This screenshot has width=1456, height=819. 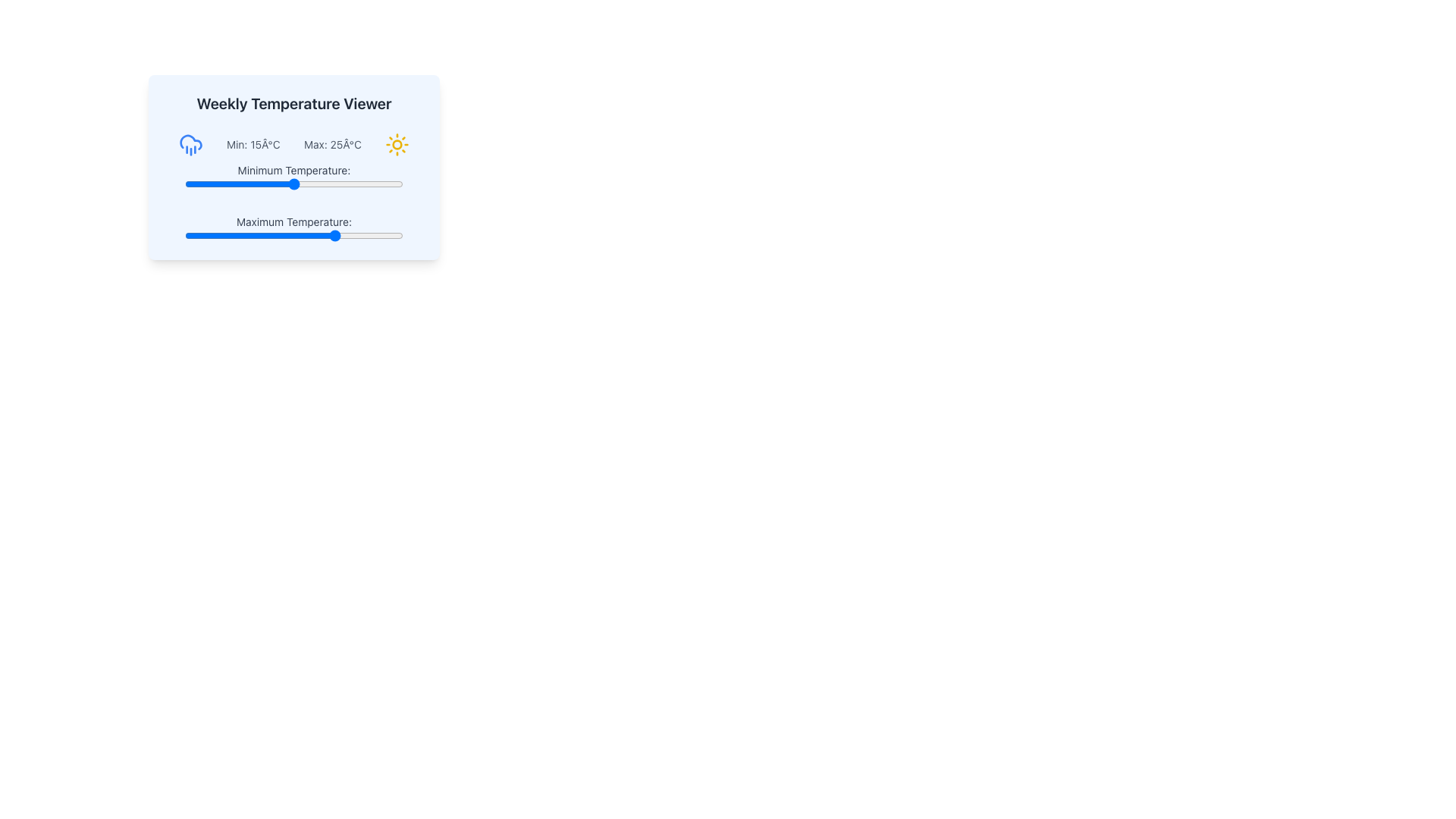 What do you see at coordinates (268, 236) in the screenshot?
I see `the maximum temperature` at bounding box center [268, 236].